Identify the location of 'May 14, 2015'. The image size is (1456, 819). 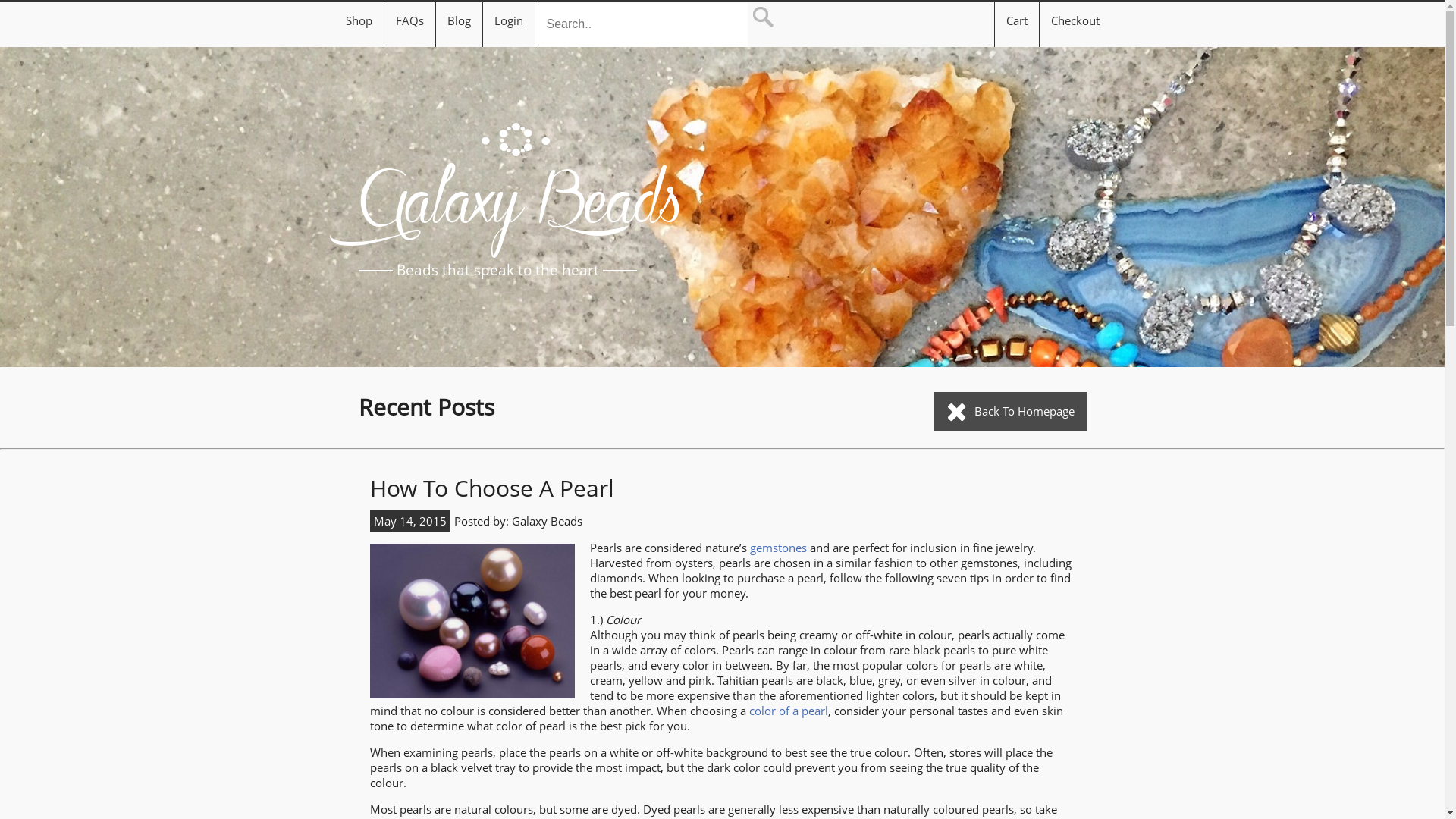
(409, 519).